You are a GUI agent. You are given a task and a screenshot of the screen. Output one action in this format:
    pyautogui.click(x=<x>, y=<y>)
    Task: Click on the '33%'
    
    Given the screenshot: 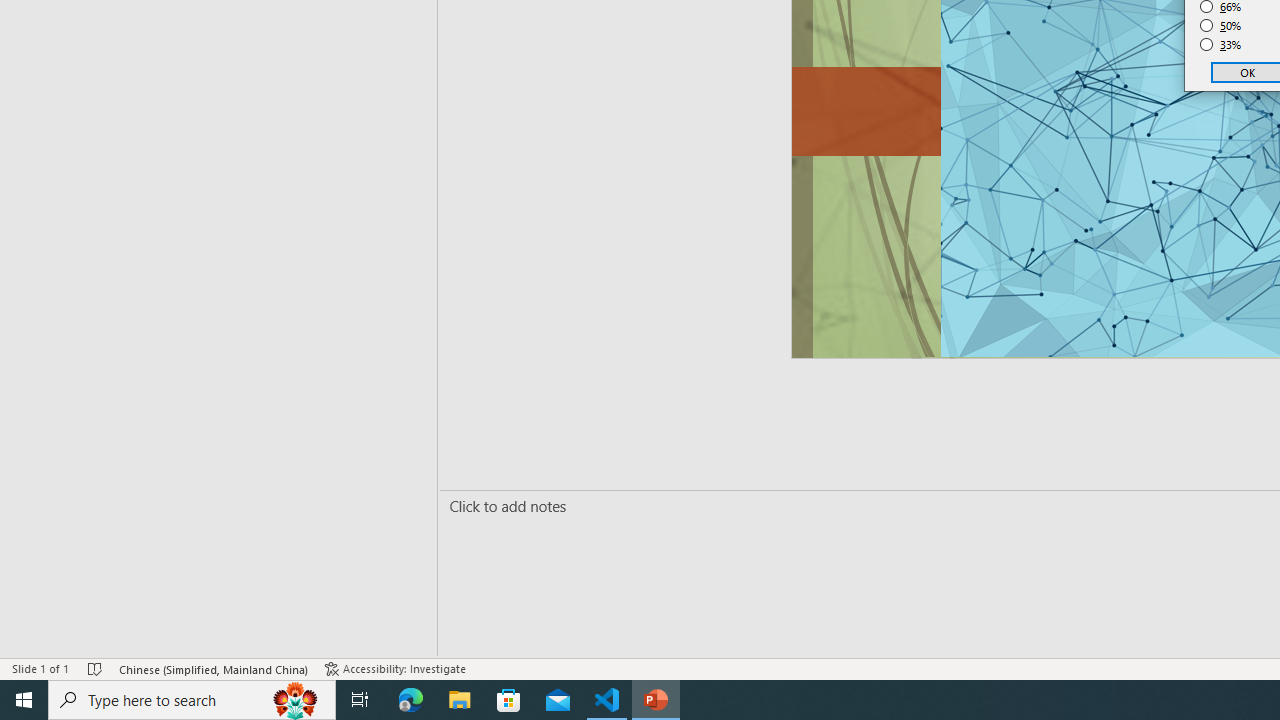 What is the action you would take?
    pyautogui.click(x=1220, y=45)
    